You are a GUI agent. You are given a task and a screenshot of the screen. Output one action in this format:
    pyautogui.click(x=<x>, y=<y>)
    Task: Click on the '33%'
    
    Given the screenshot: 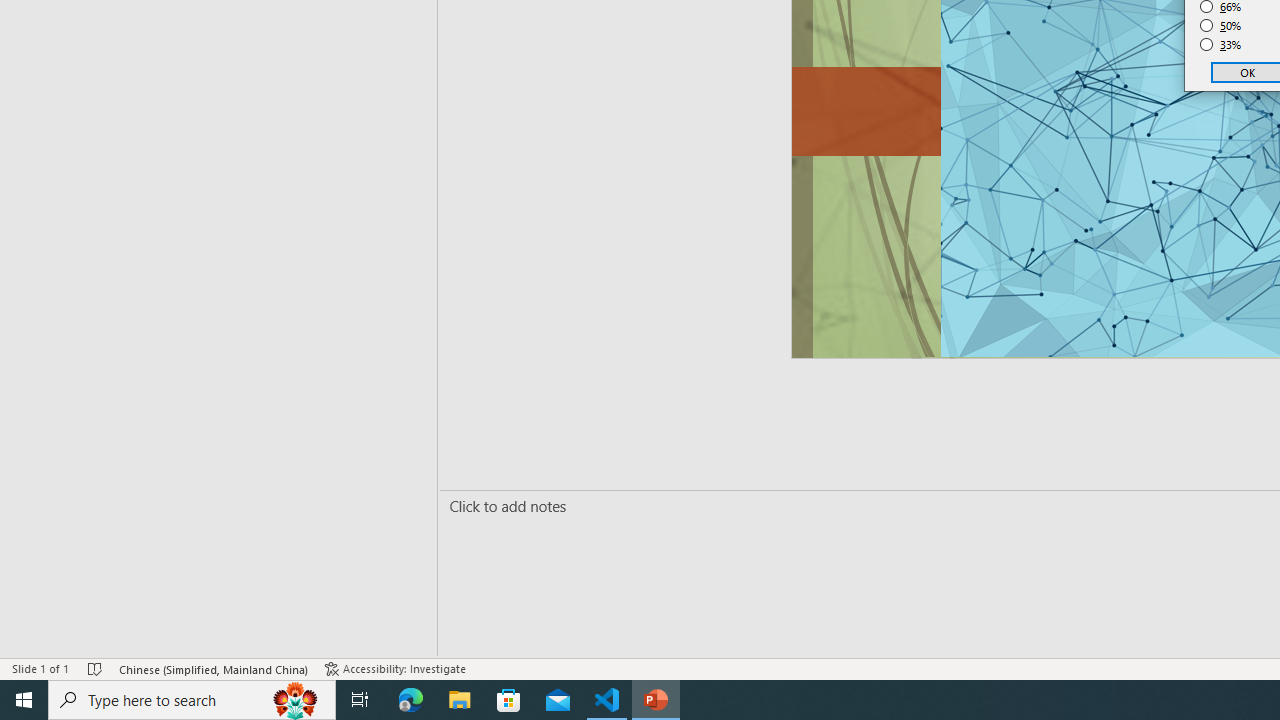 What is the action you would take?
    pyautogui.click(x=1220, y=45)
    